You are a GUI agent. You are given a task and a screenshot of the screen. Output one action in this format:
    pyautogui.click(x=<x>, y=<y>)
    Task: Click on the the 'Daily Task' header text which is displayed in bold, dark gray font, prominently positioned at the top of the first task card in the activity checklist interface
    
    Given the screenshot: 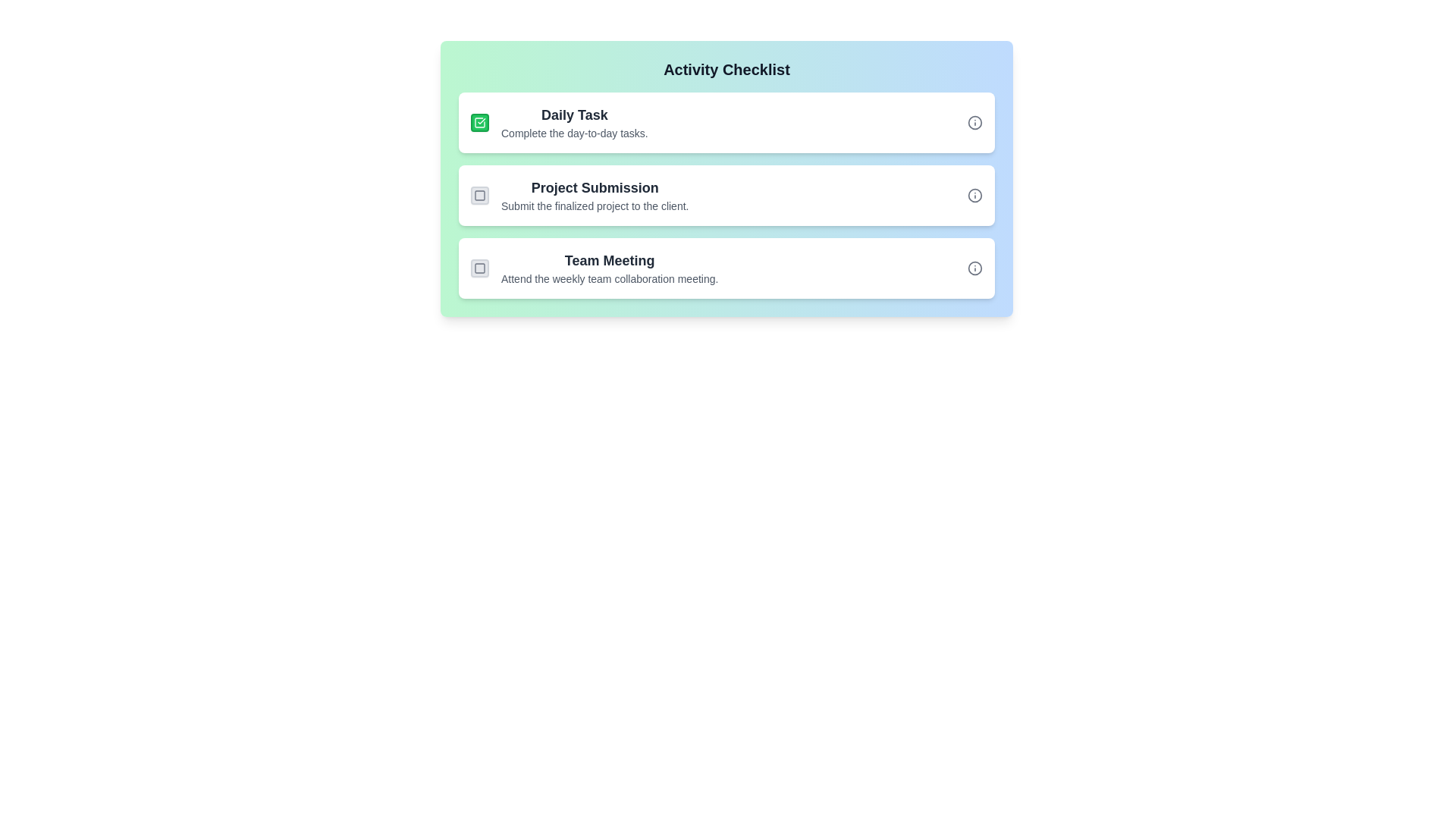 What is the action you would take?
    pyautogui.click(x=573, y=114)
    